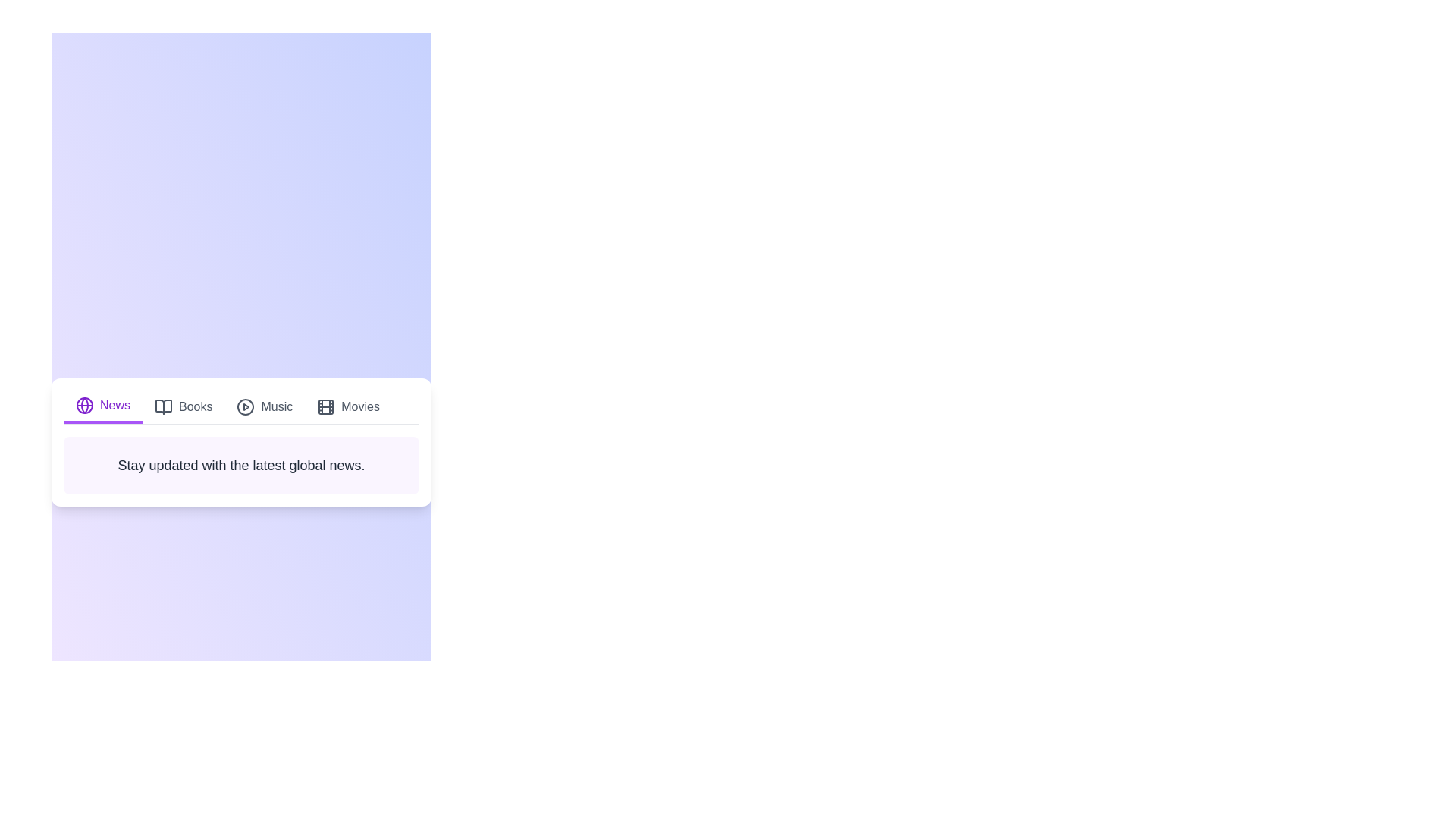  What do you see at coordinates (182, 406) in the screenshot?
I see `the Books tab to view its content` at bounding box center [182, 406].